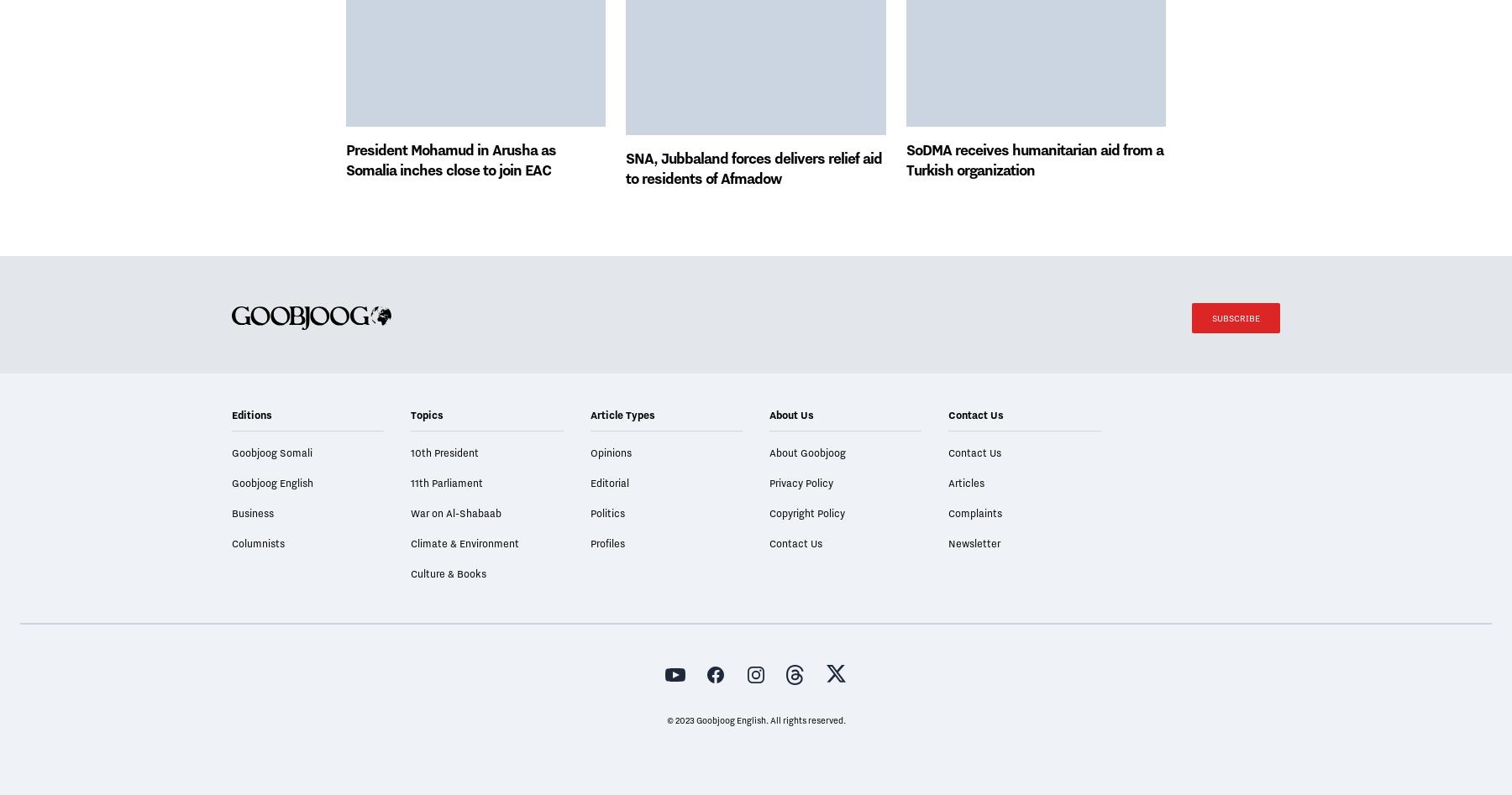 This screenshot has width=1512, height=795. What do you see at coordinates (609, 499) in the screenshot?
I see `'Opinions'` at bounding box center [609, 499].